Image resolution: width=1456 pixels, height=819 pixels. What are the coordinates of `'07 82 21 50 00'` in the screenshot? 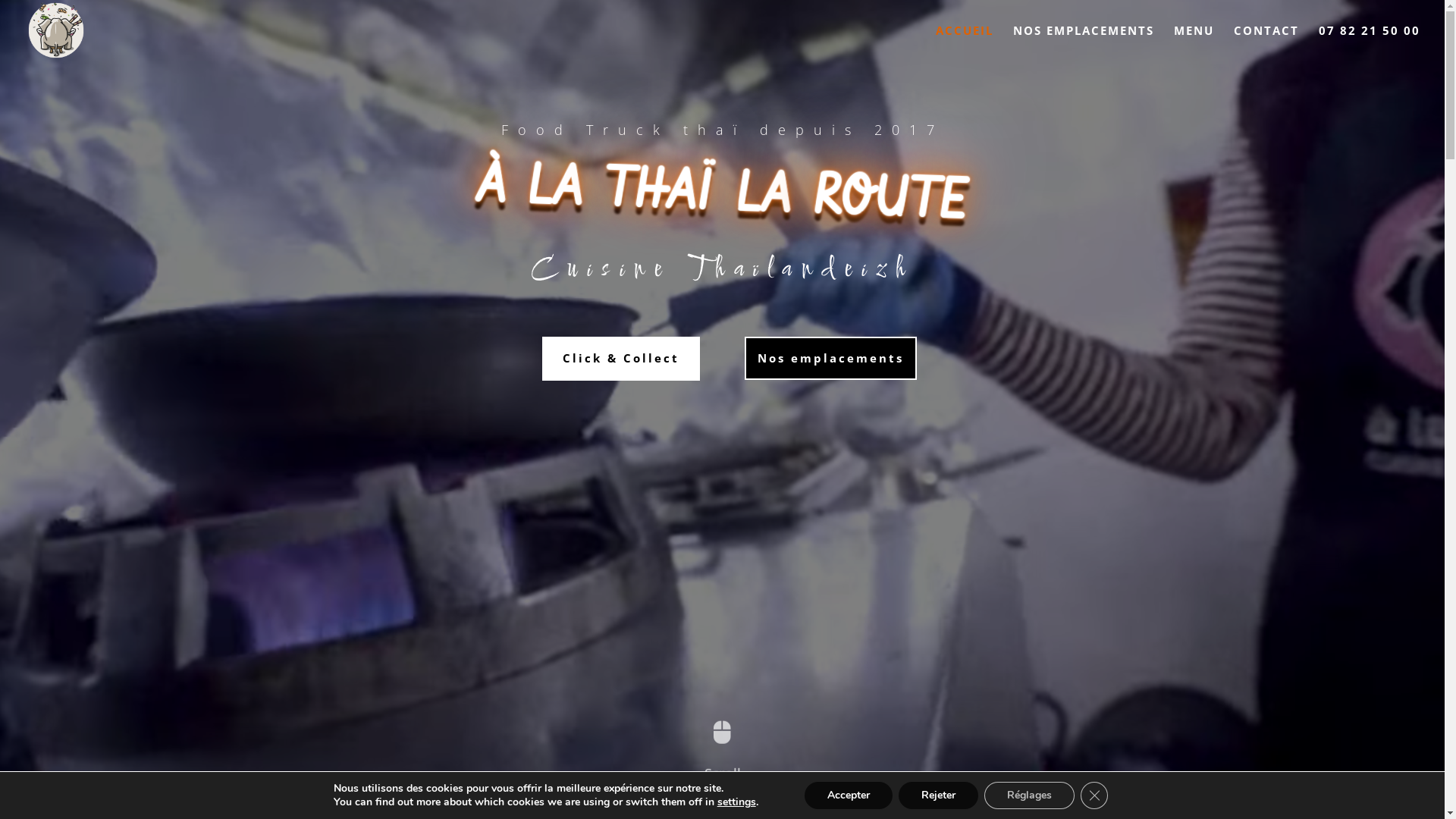 It's located at (1317, 42).